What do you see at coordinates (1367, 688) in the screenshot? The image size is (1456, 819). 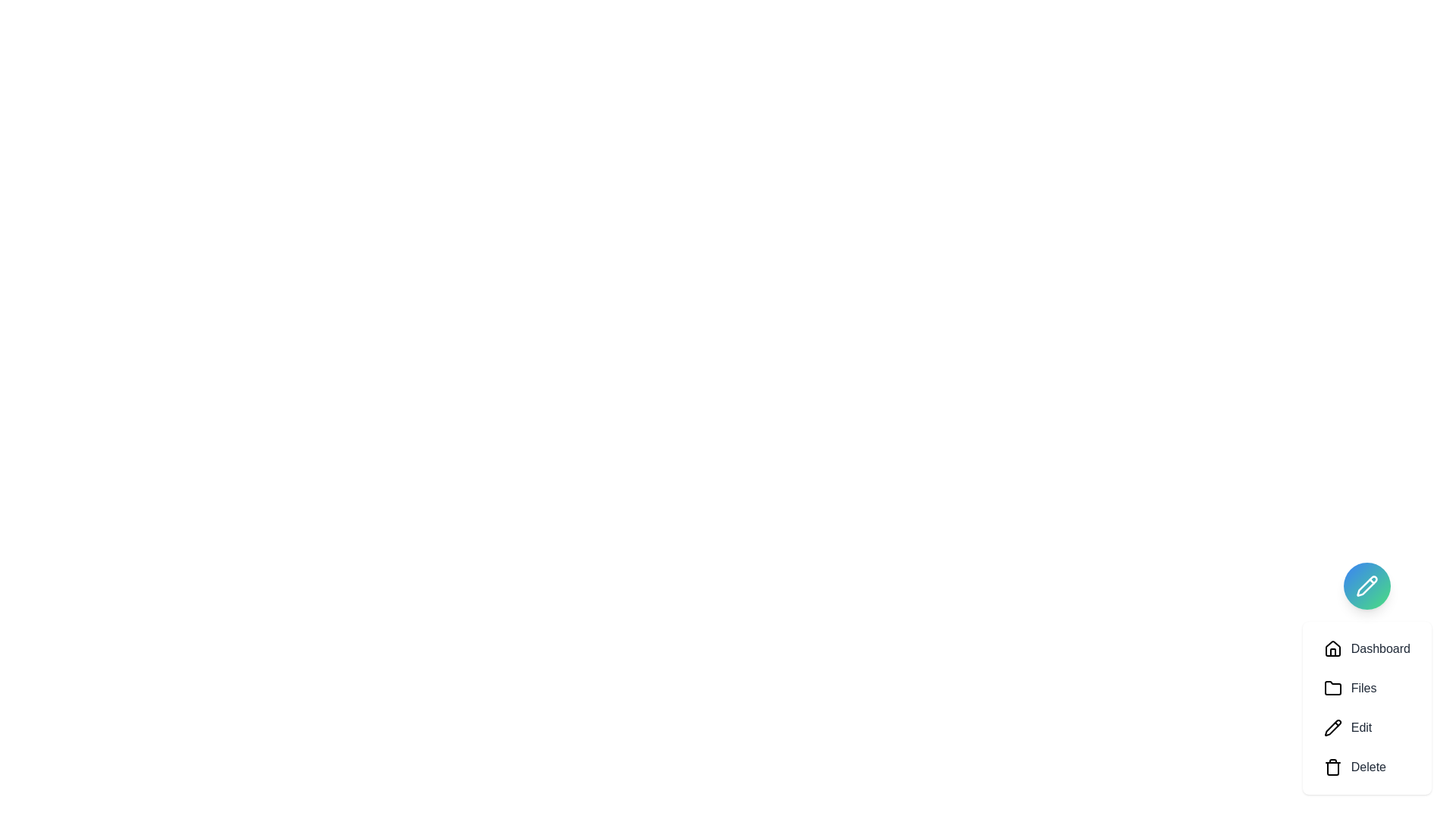 I see `the option Files from the speed dial menu` at bounding box center [1367, 688].